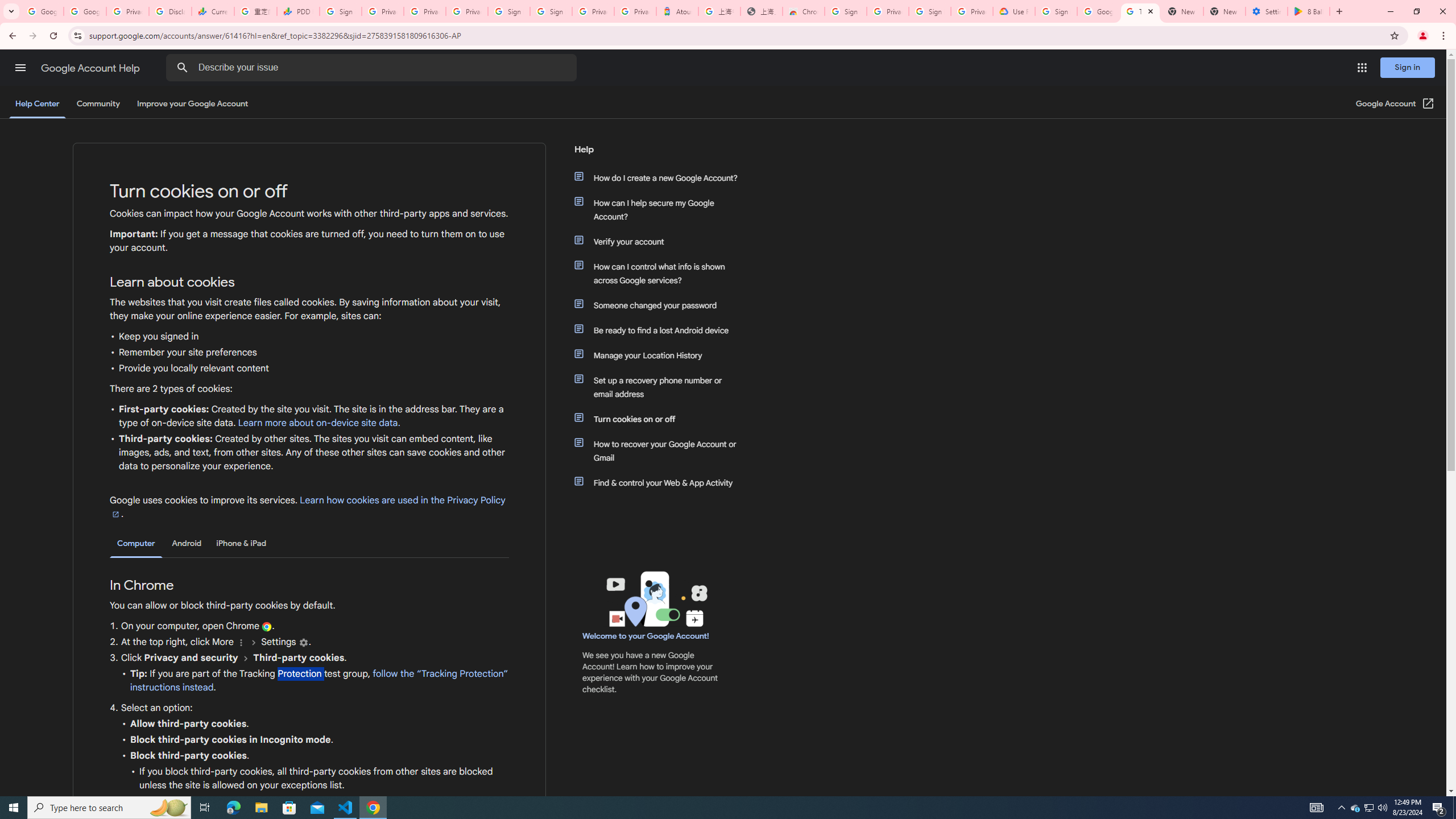 The width and height of the screenshot is (1456, 819). What do you see at coordinates (661, 419) in the screenshot?
I see `'Turn cookies on or off'` at bounding box center [661, 419].